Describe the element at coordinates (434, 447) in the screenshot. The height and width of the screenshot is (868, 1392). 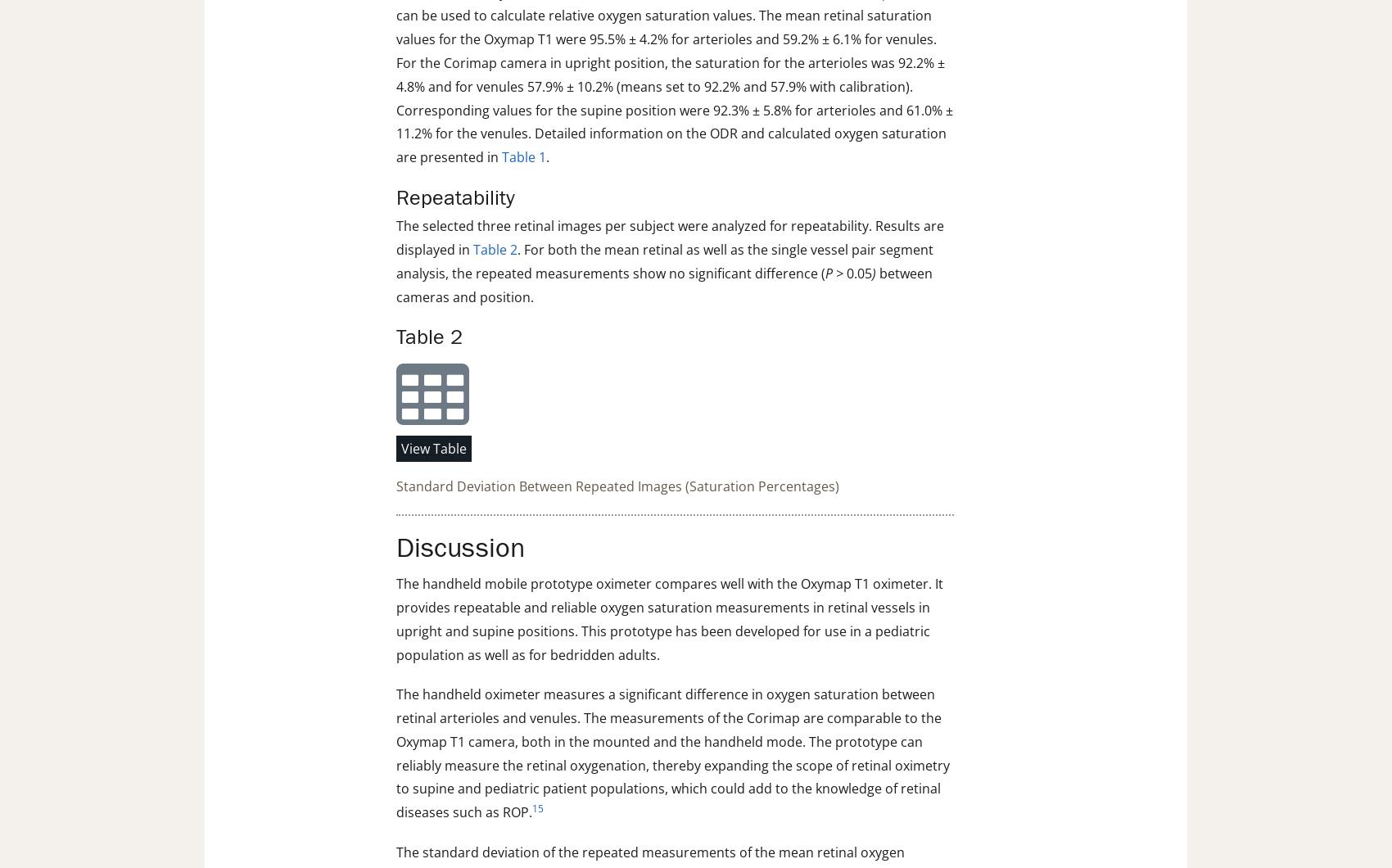
I see `'View Table'` at that location.